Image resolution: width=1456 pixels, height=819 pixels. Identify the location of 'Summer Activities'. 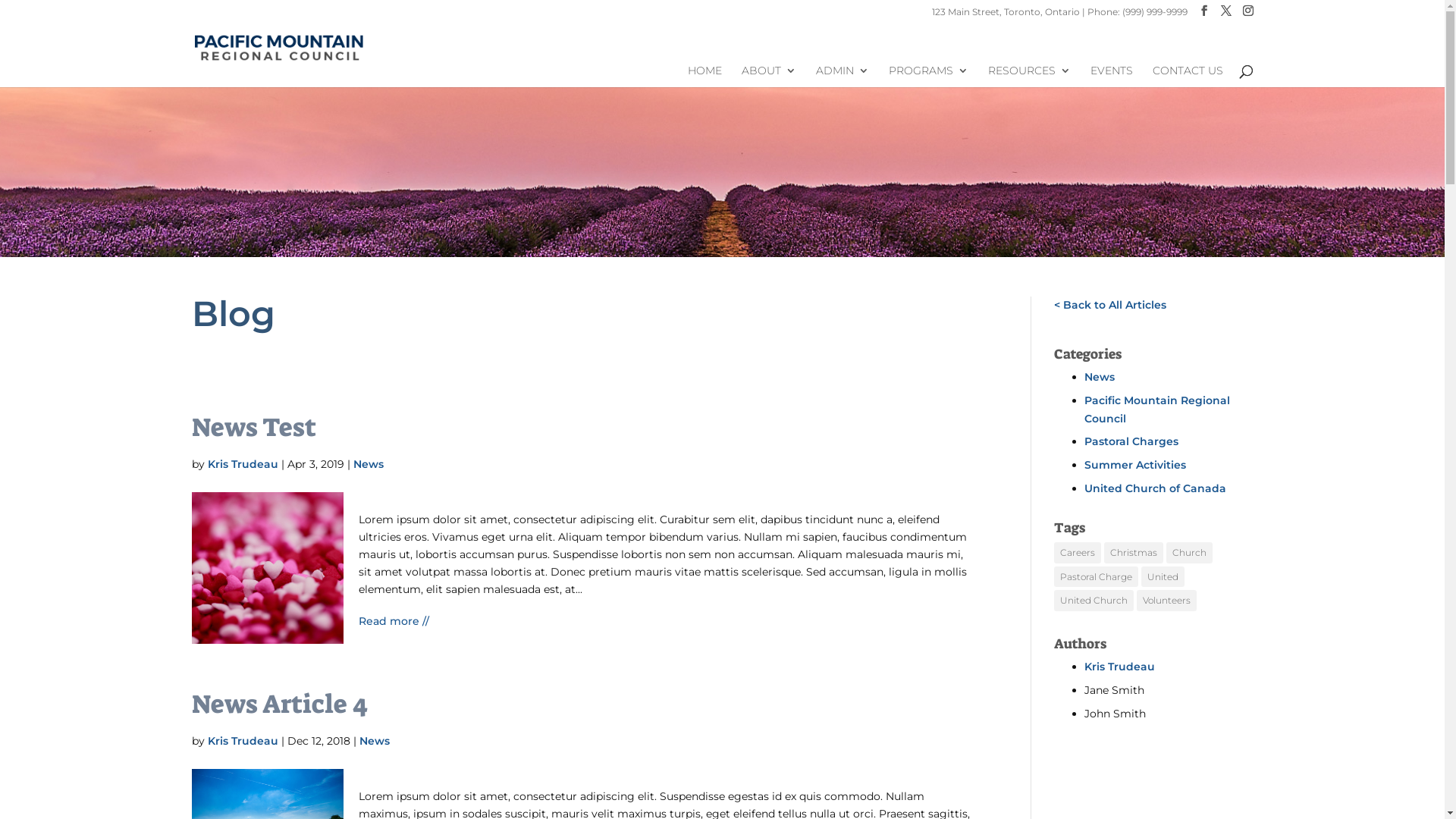
(1135, 464).